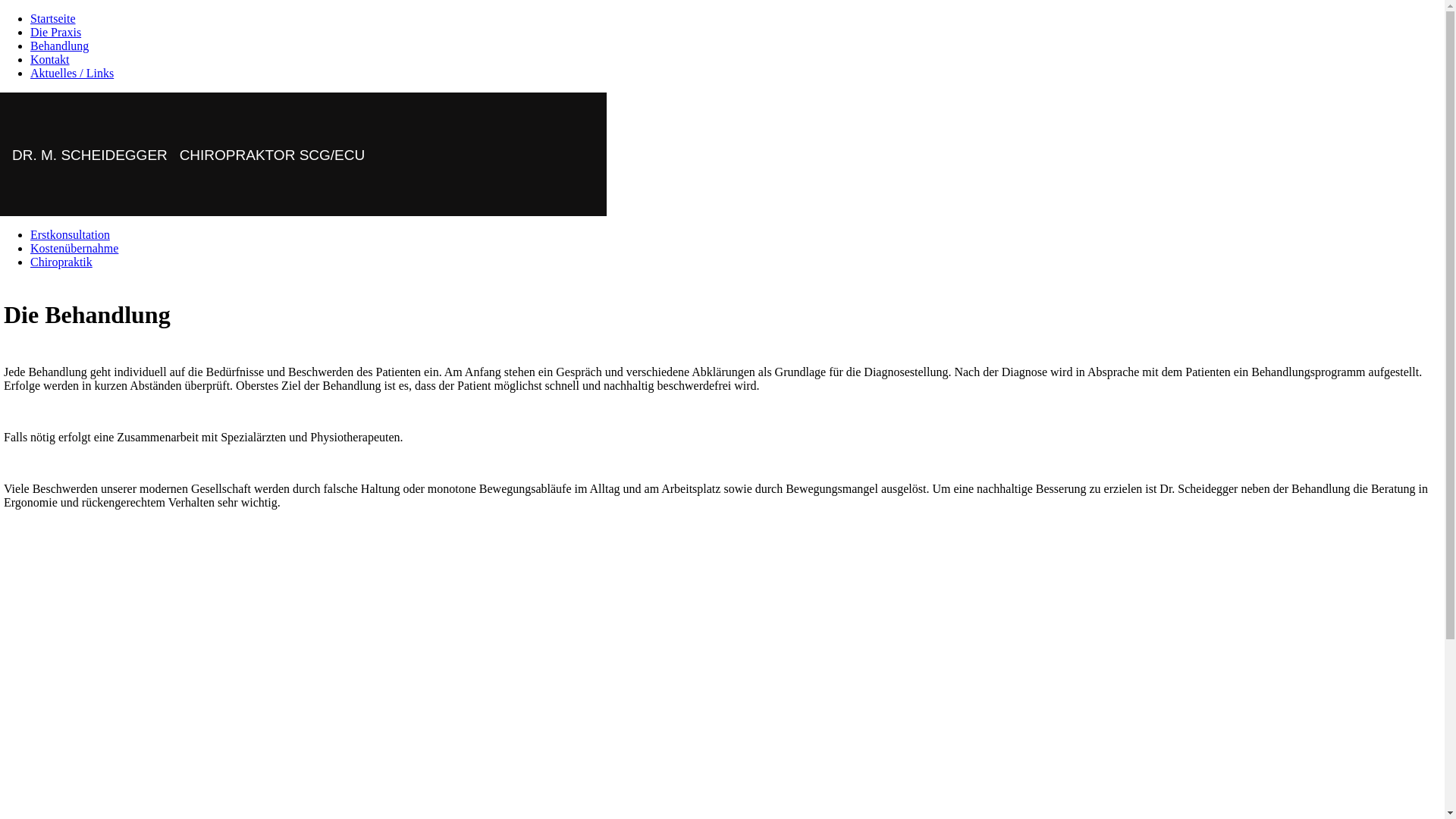  Describe the element at coordinates (61, 261) in the screenshot. I see `'Chiropraktik'` at that location.